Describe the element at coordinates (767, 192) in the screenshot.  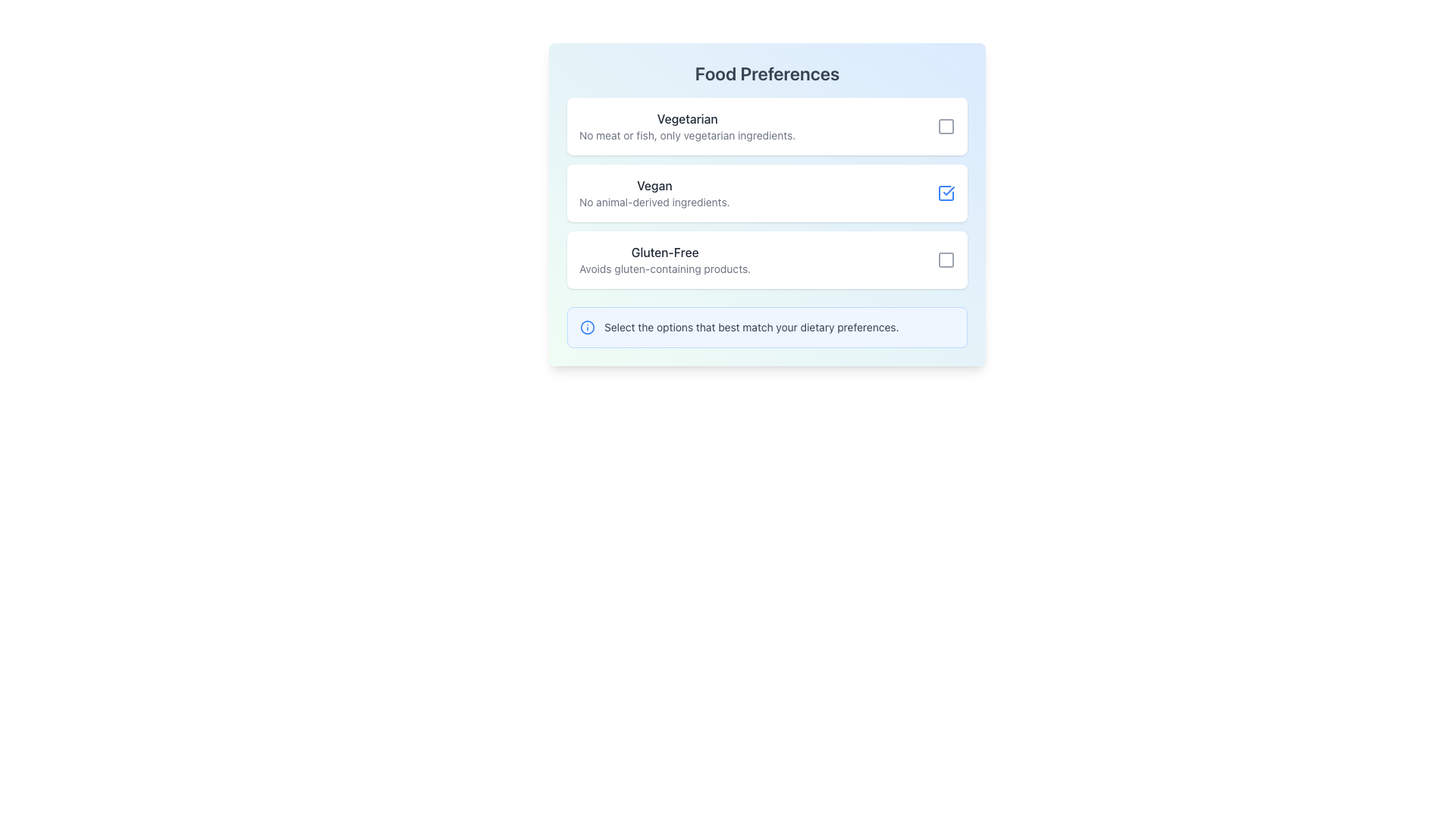
I see `the blue checkmark on the 'Vegan' selectable option` at that location.